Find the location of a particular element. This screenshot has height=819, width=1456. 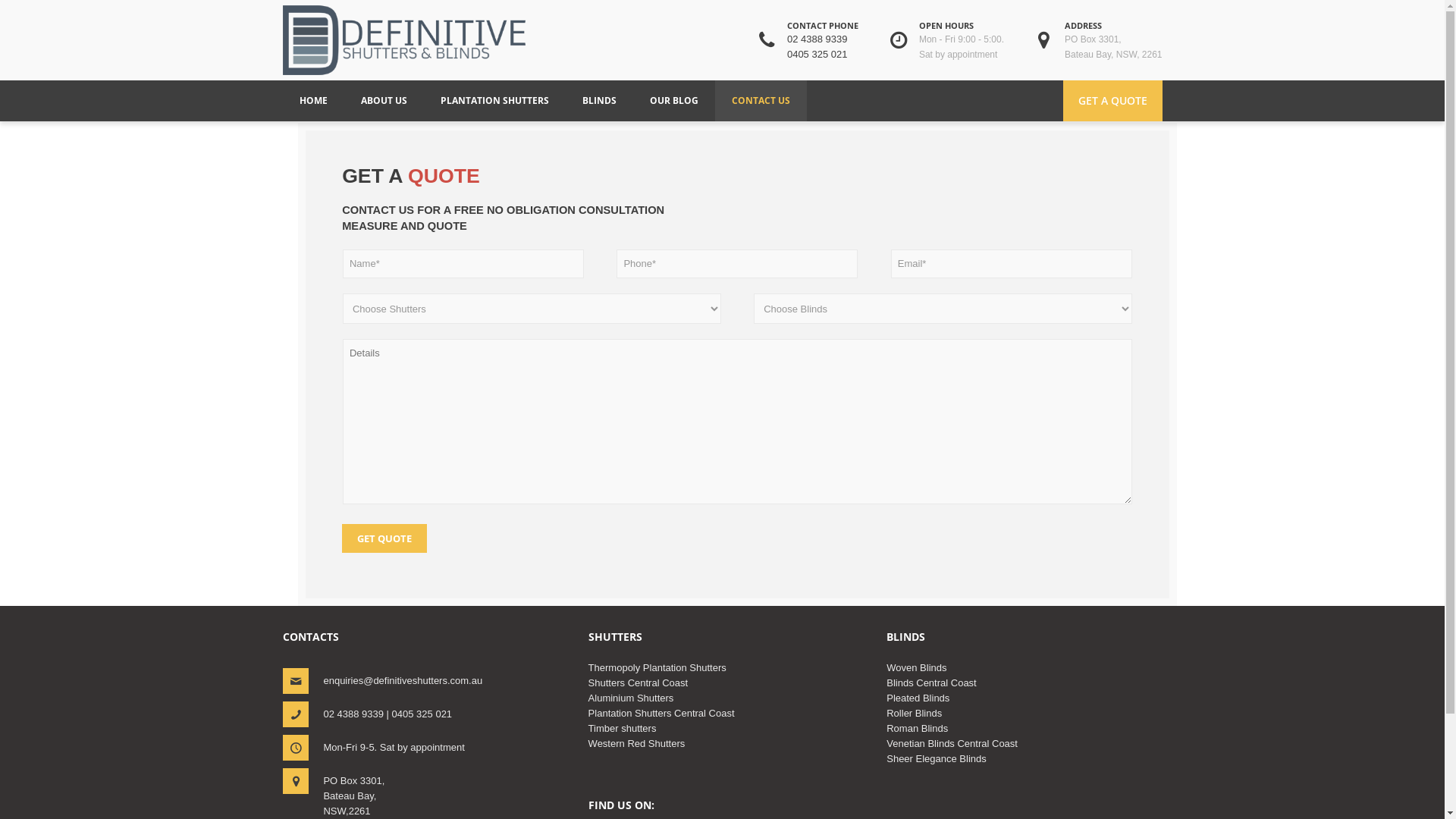

'Plantation Shutters Central Coast' is located at coordinates (661, 713).